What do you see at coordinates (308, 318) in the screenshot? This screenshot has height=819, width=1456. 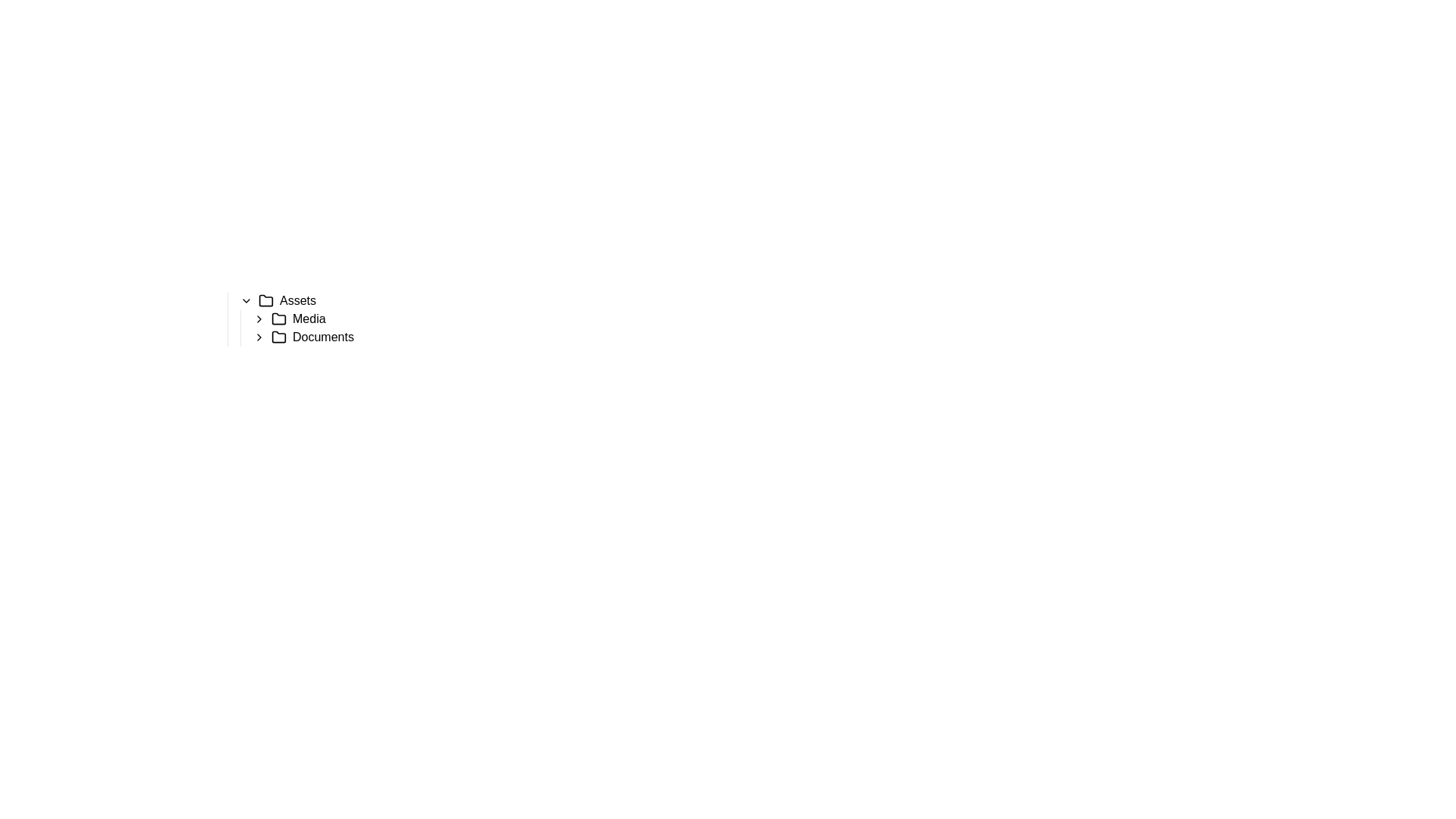 I see `the text label displaying 'Media'` at bounding box center [308, 318].